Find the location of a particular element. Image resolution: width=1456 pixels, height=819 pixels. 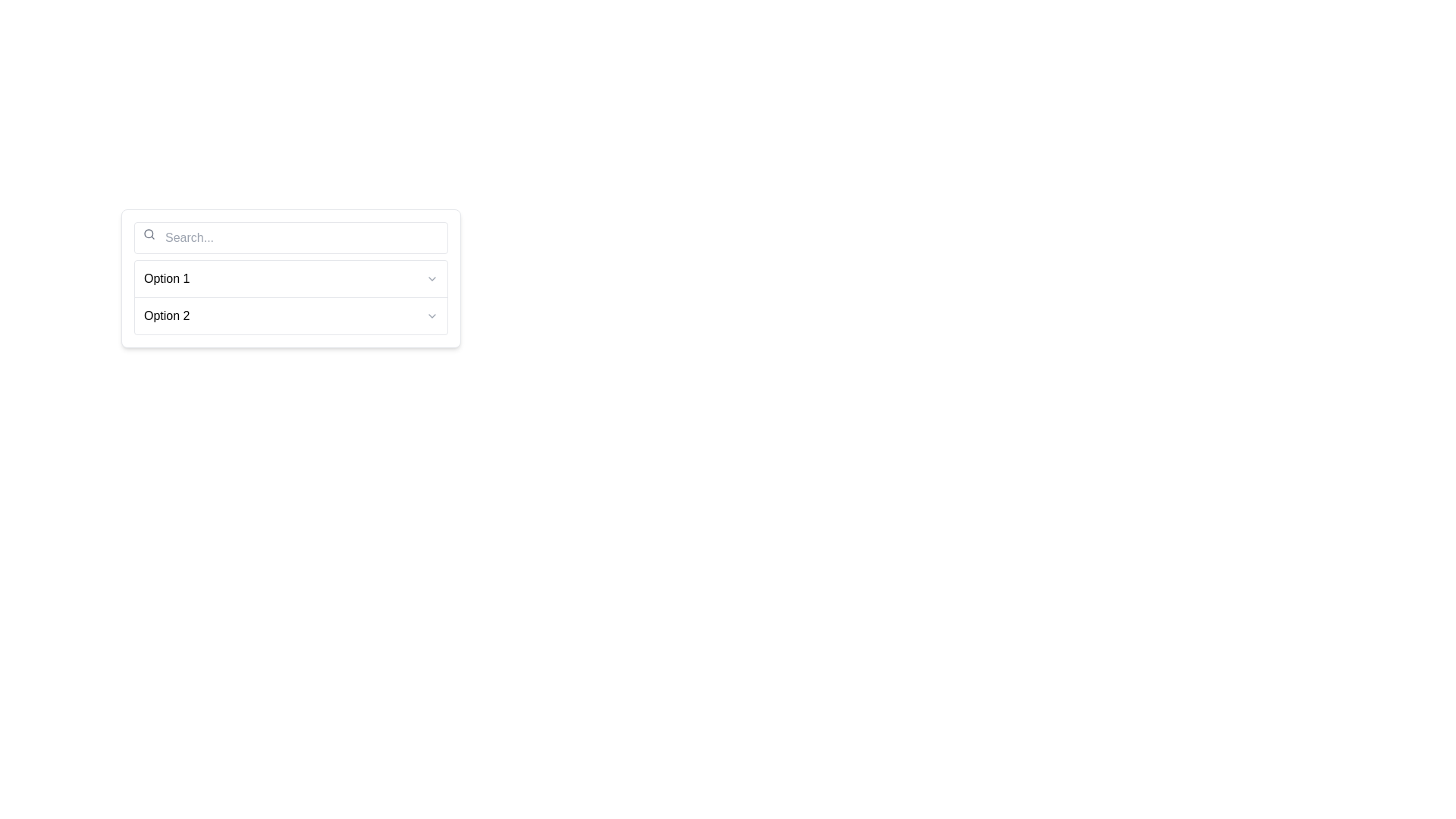

the small gray chevron-down icon located to the right of the 'Option 1' text is located at coordinates (431, 278).